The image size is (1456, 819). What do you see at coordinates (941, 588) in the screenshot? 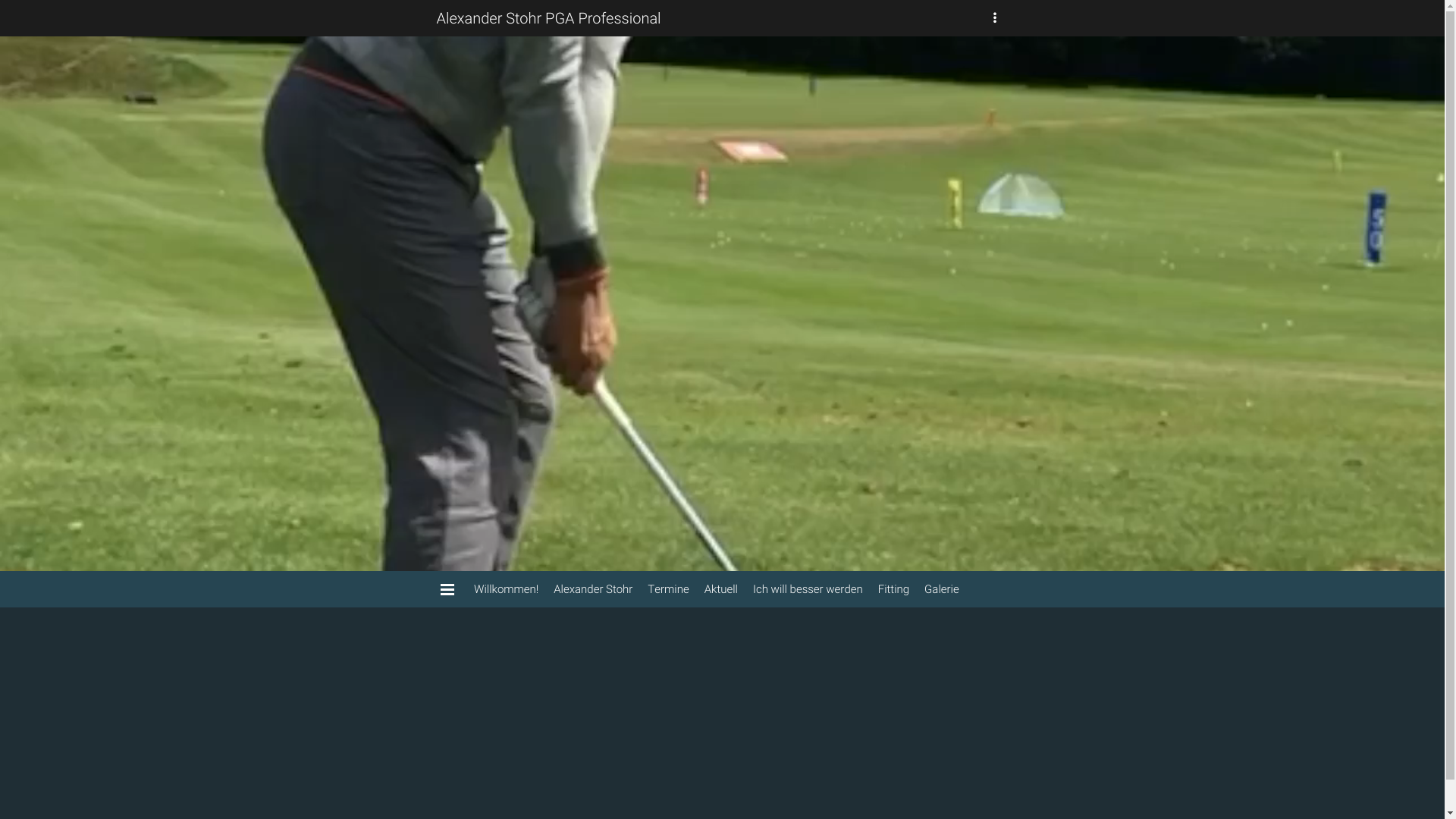
I see `'Galerie'` at bounding box center [941, 588].